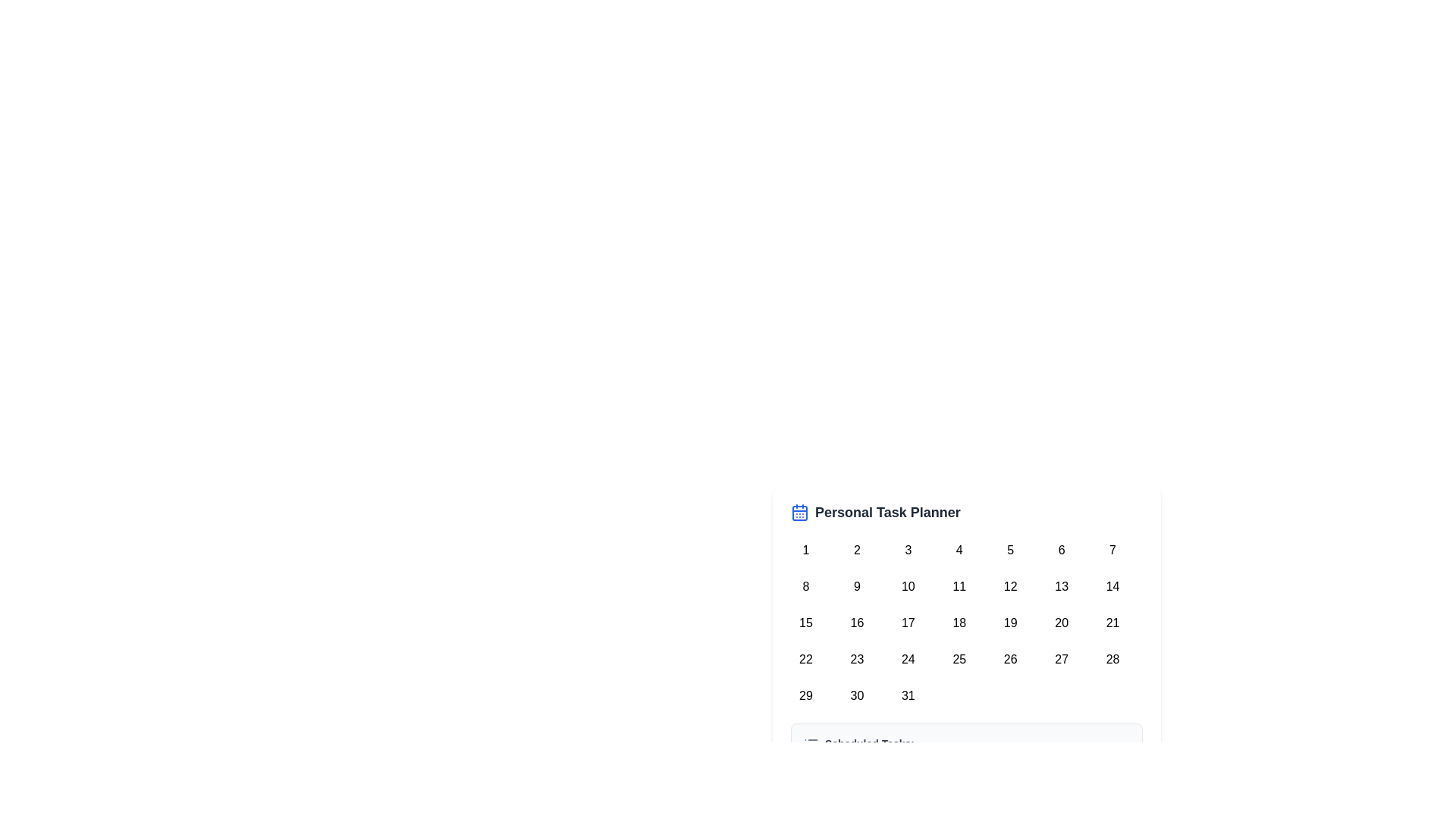  I want to click on the button with the number '17' on the calendar grid, so click(908, 623).